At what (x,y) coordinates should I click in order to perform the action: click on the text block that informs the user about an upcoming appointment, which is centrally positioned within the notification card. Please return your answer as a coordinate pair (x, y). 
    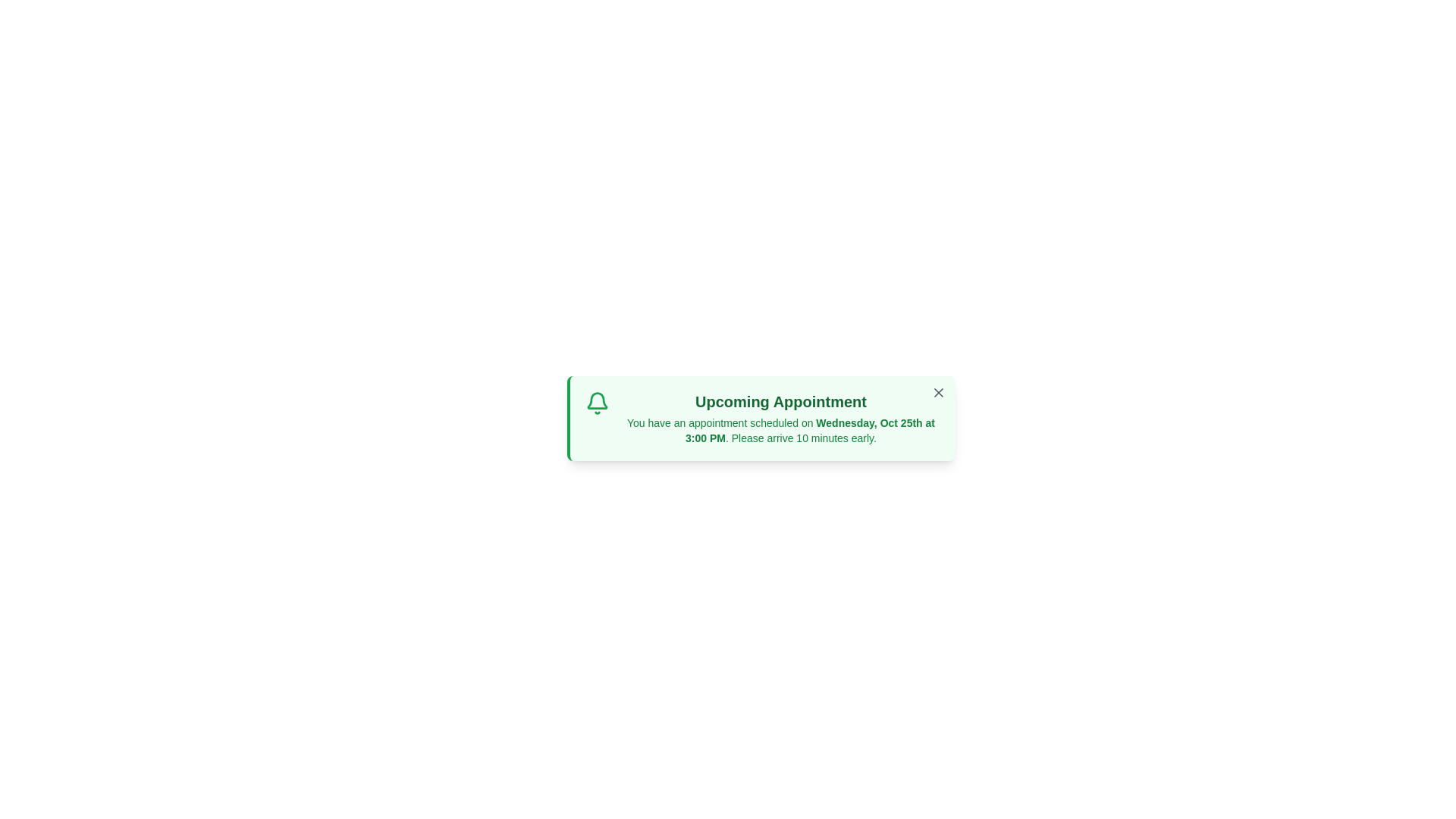
    Looking at the image, I should click on (781, 418).